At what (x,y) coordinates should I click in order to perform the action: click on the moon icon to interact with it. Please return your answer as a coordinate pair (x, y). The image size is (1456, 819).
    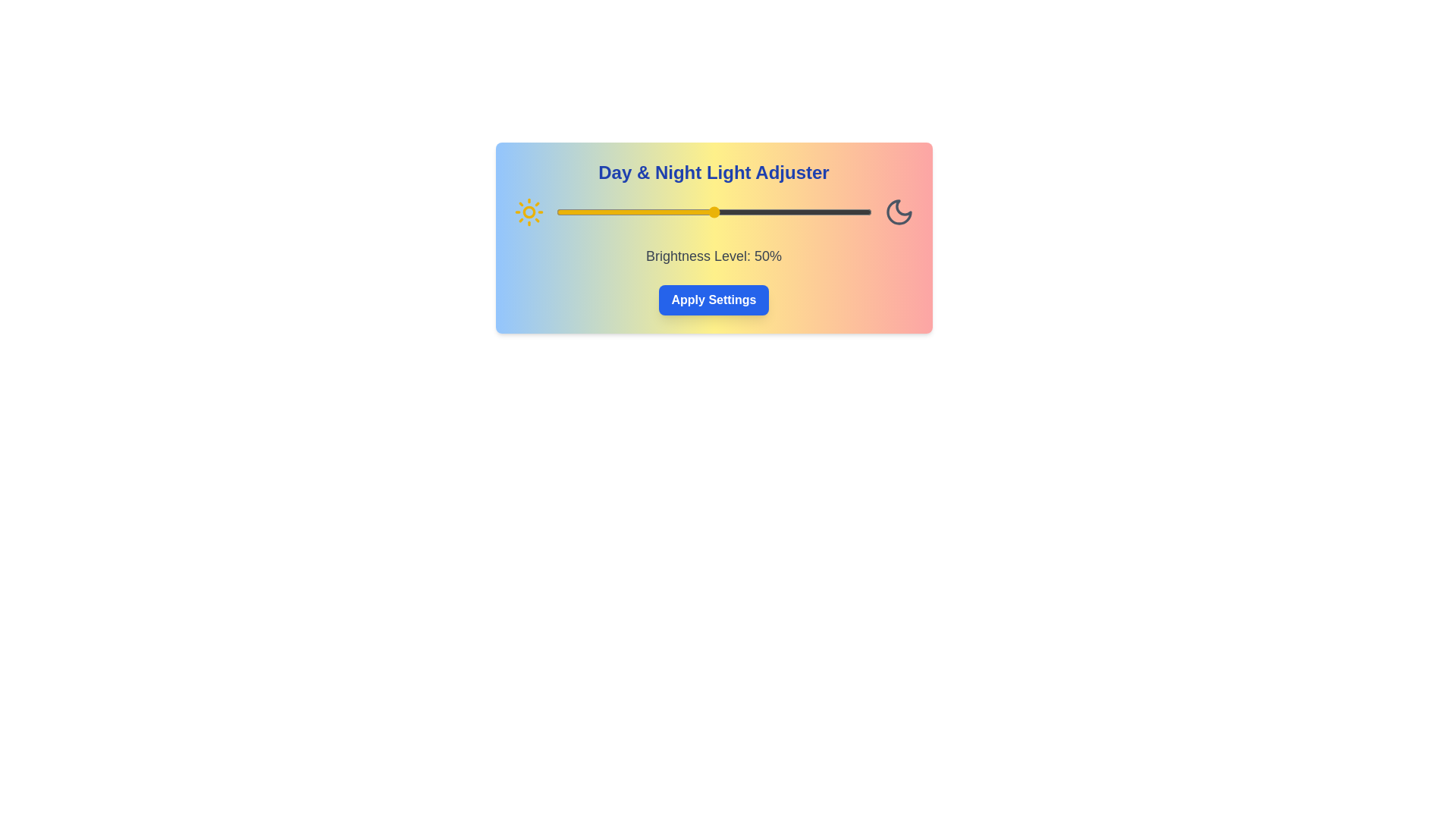
    Looking at the image, I should click on (899, 212).